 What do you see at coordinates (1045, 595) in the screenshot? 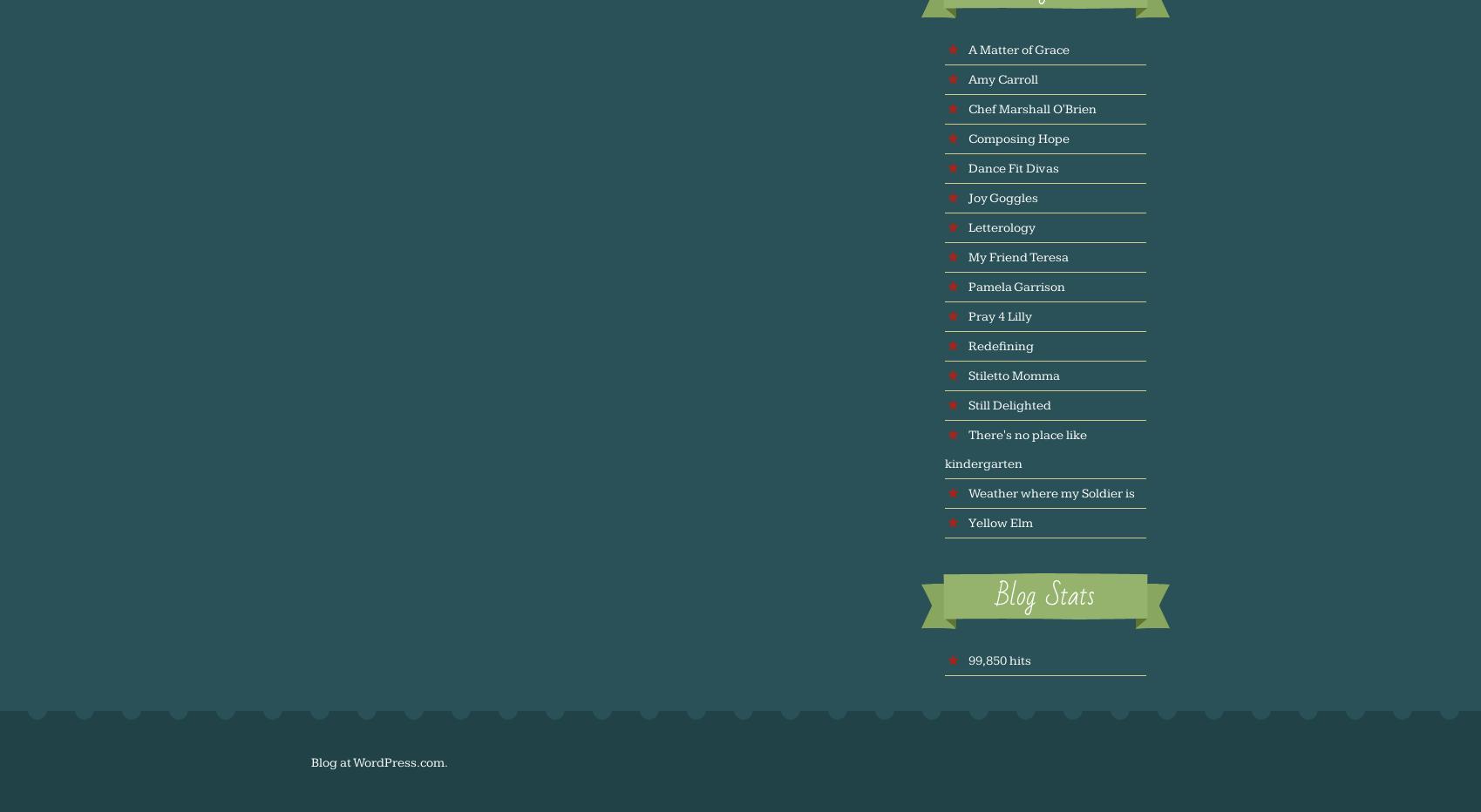
I see `'Blog Stats'` at bounding box center [1045, 595].